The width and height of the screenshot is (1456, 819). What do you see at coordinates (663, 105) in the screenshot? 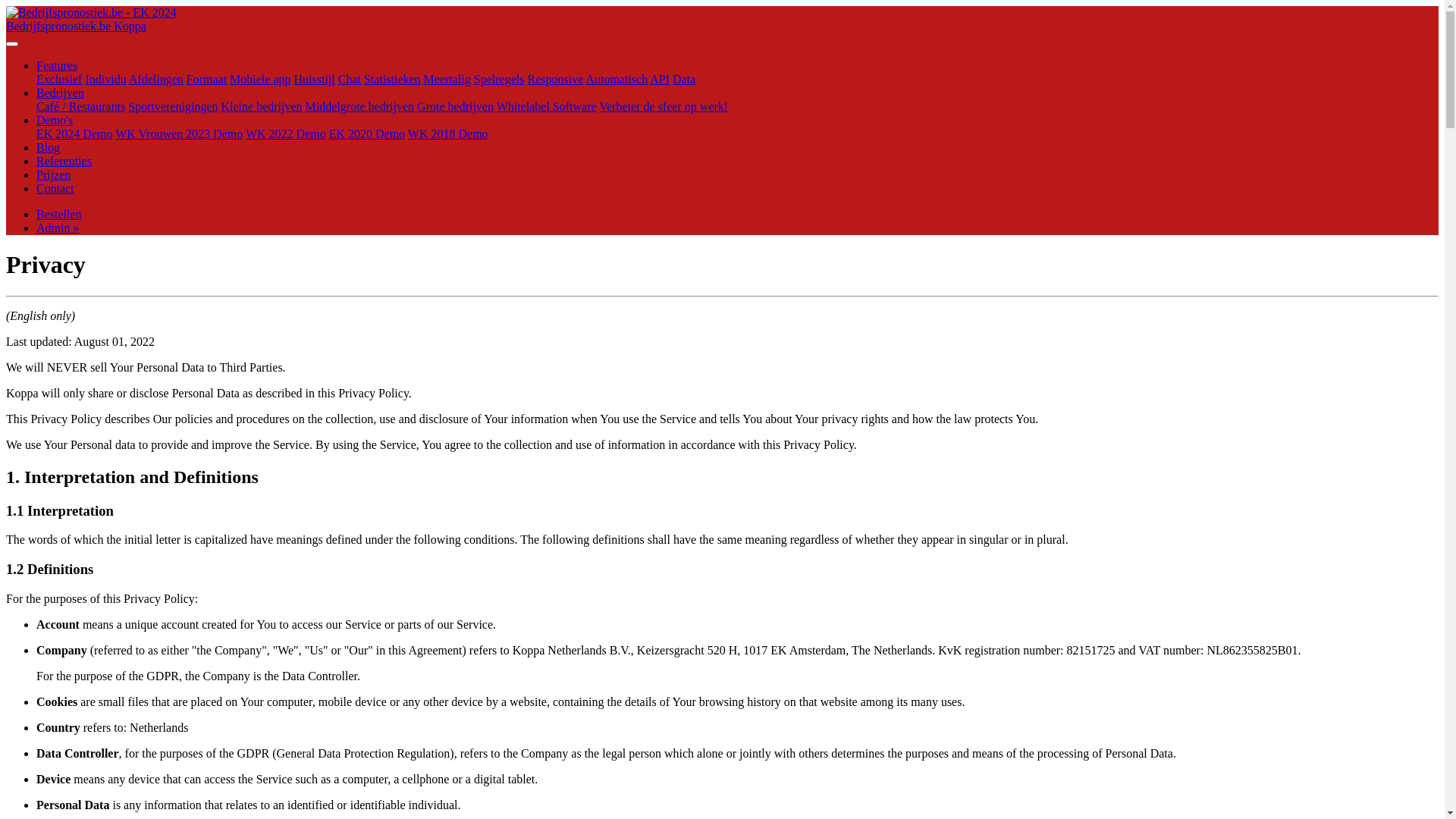
I see `'Verbeter de sfeer op werk!'` at bounding box center [663, 105].